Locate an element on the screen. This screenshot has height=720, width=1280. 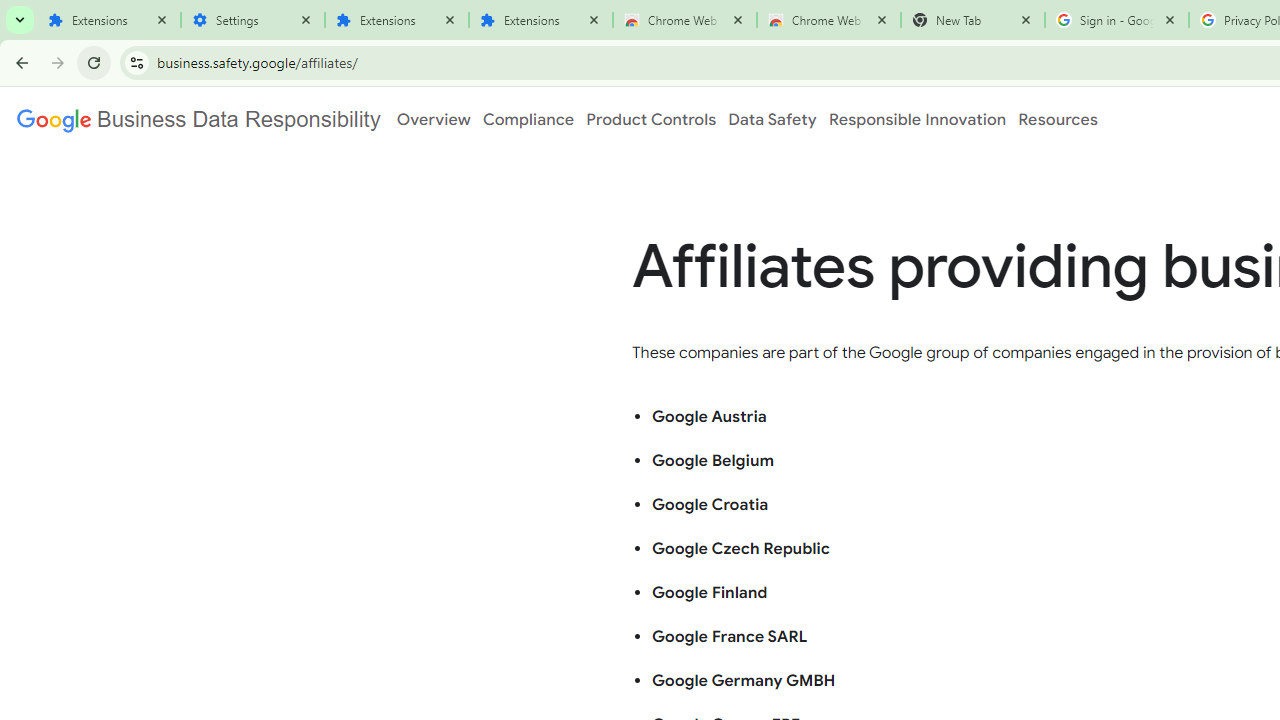
'Compliance' is located at coordinates (528, 119).